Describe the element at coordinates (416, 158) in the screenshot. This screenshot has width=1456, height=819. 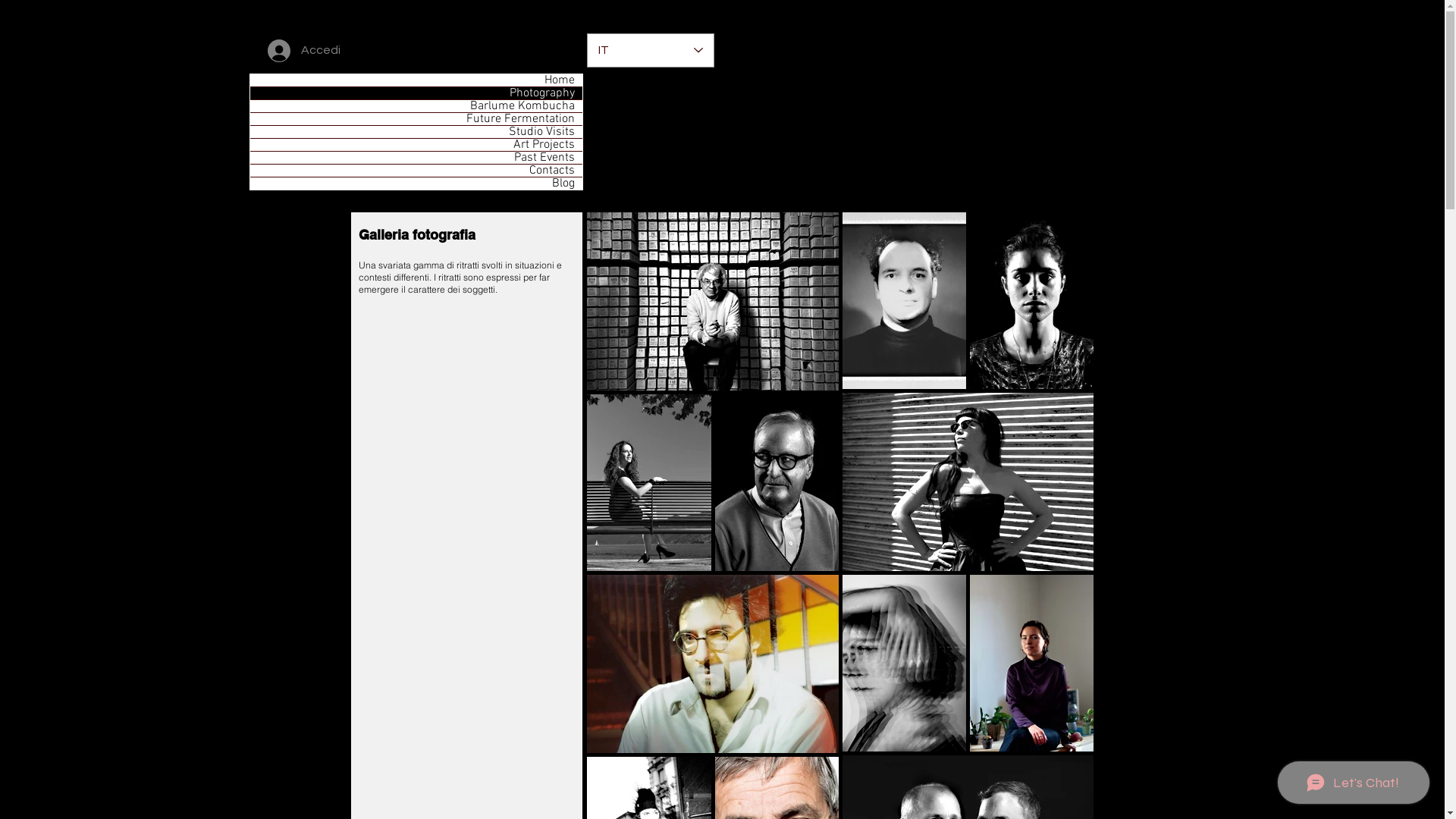
I see `'Past Events'` at that location.